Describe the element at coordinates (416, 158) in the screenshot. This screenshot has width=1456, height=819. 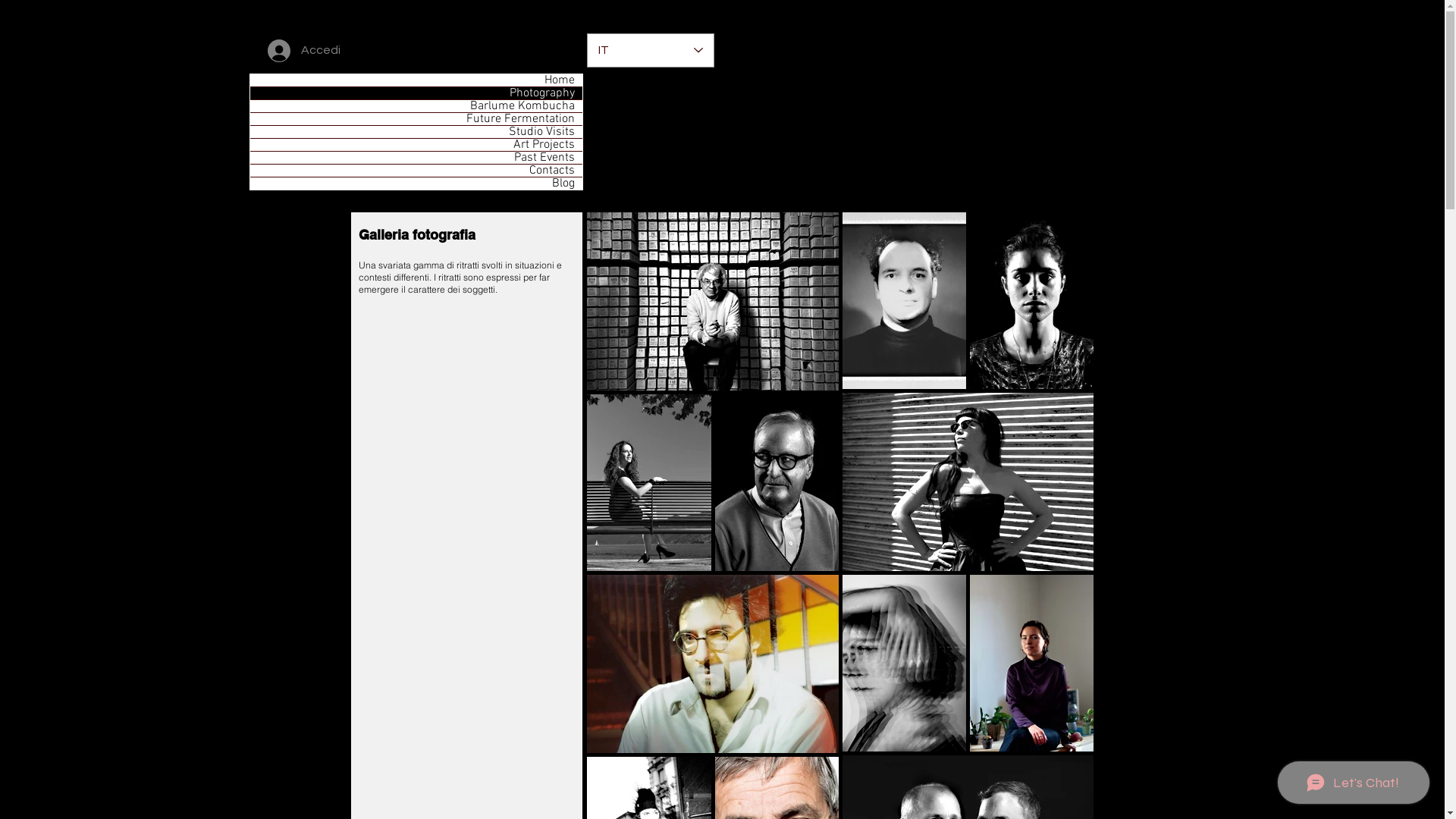
I see `'Past Events'` at that location.